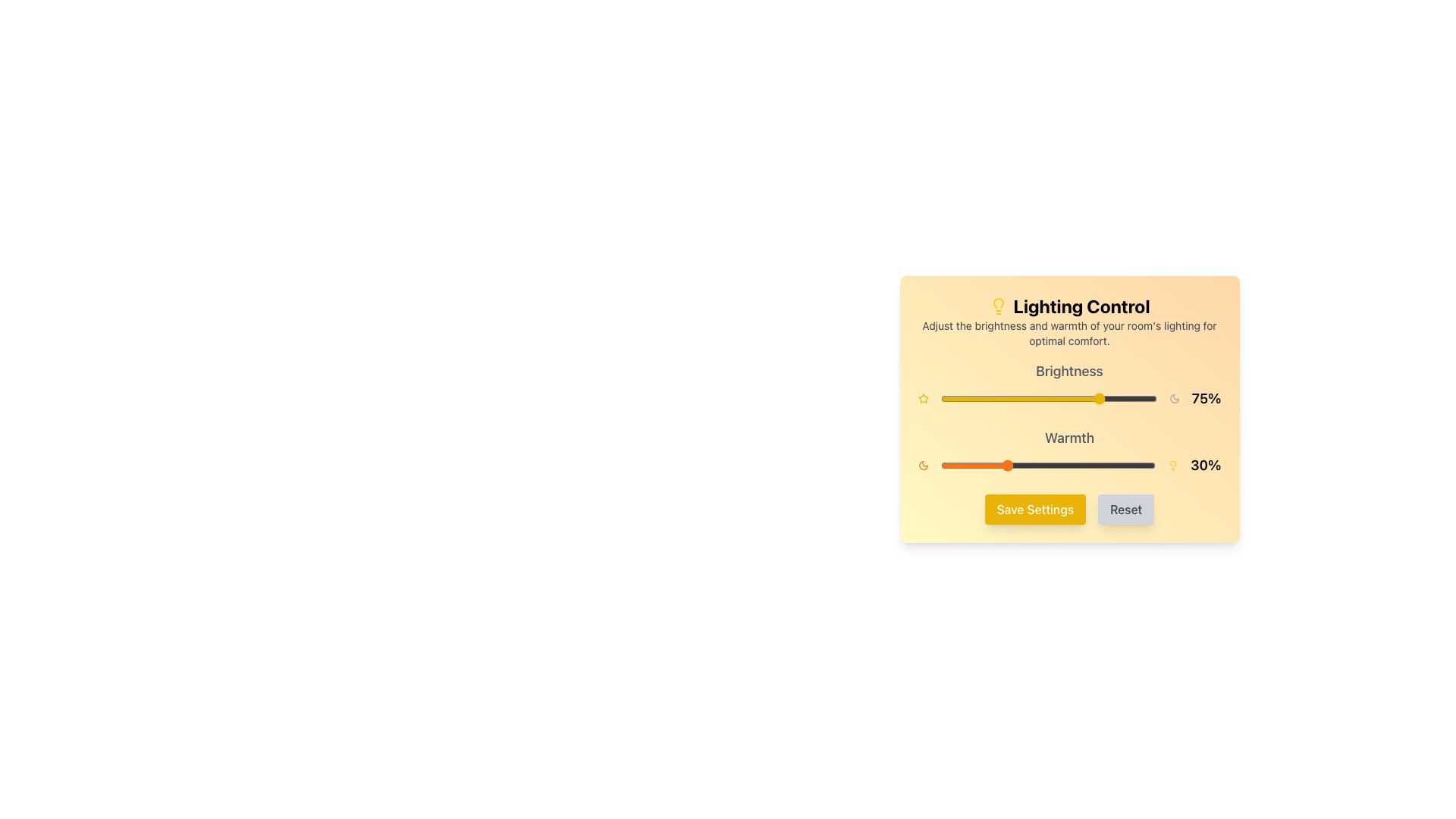 The height and width of the screenshot is (819, 1456). What do you see at coordinates (1125, 509) in the screenshot?
I see `the 'Reset' button with a gray background and rounded corners, located to the right of the 'Save Settings' button in the 'Lighting Control' panel` at bounding box center [1125, 509].